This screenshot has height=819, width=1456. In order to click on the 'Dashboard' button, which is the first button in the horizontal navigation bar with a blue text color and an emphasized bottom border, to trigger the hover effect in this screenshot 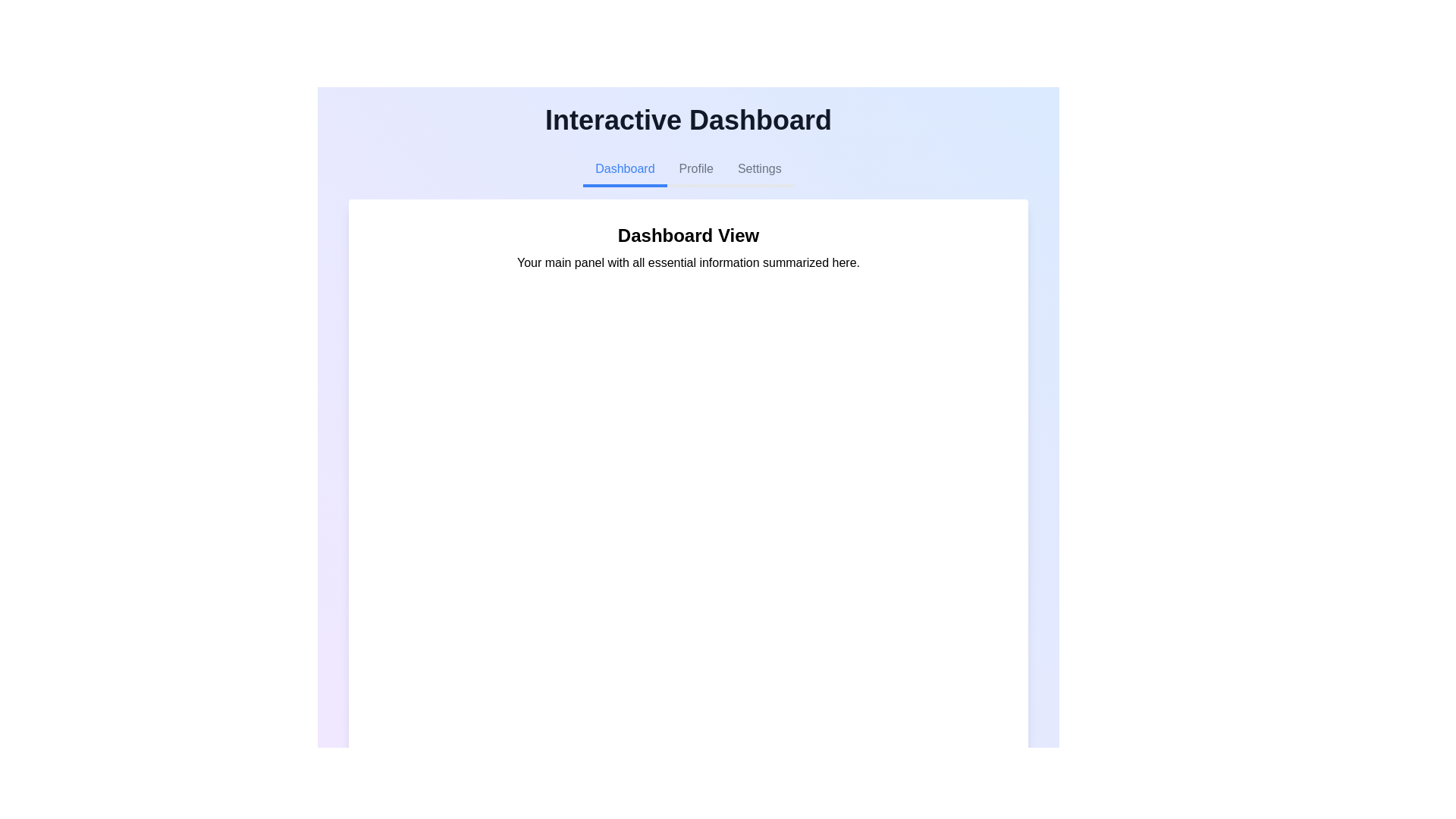, I will do `click(625, 170)`.